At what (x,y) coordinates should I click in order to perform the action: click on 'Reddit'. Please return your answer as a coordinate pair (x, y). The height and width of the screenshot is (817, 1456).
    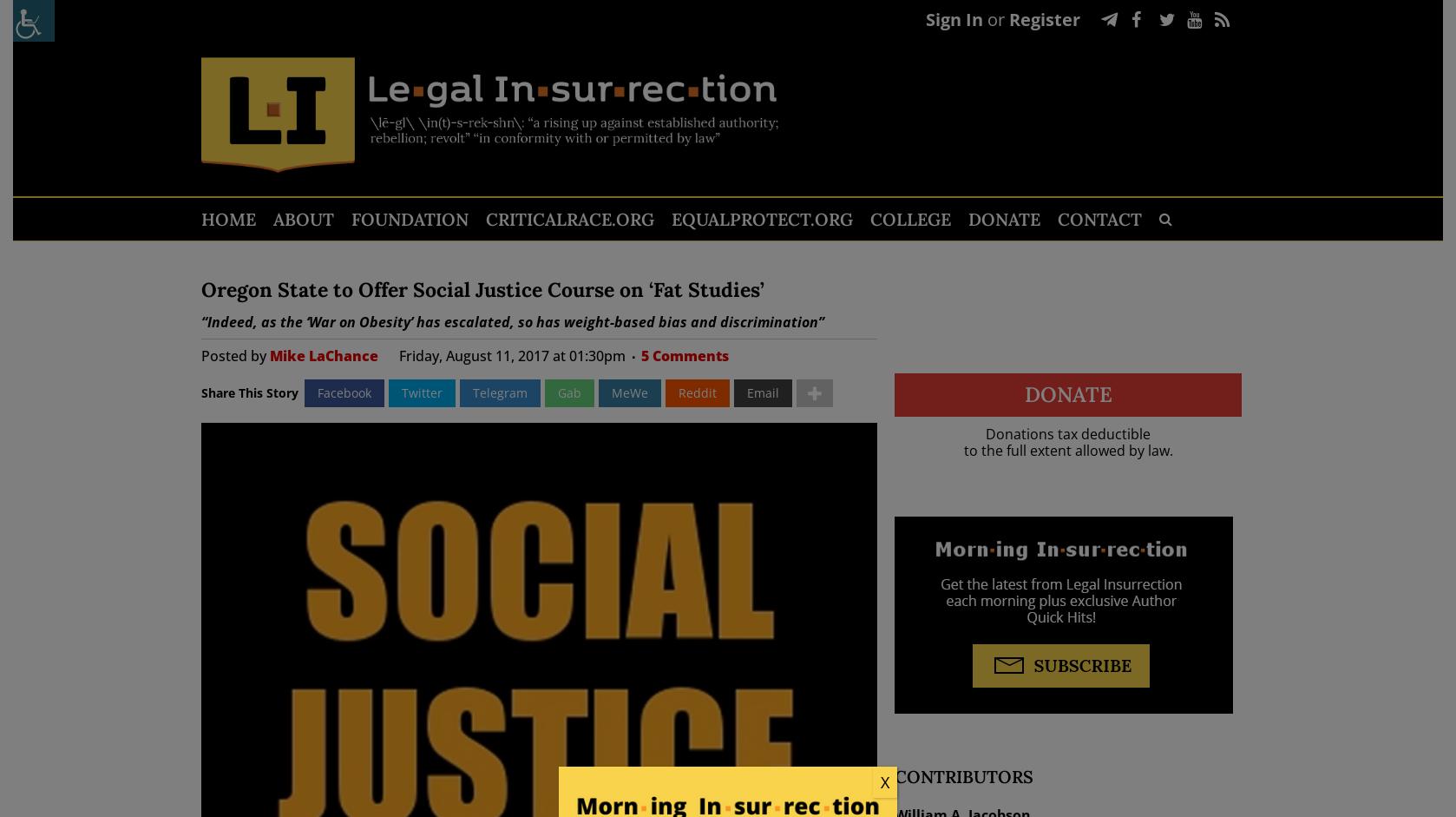
    Looking at the image, I should click on (676, 392).